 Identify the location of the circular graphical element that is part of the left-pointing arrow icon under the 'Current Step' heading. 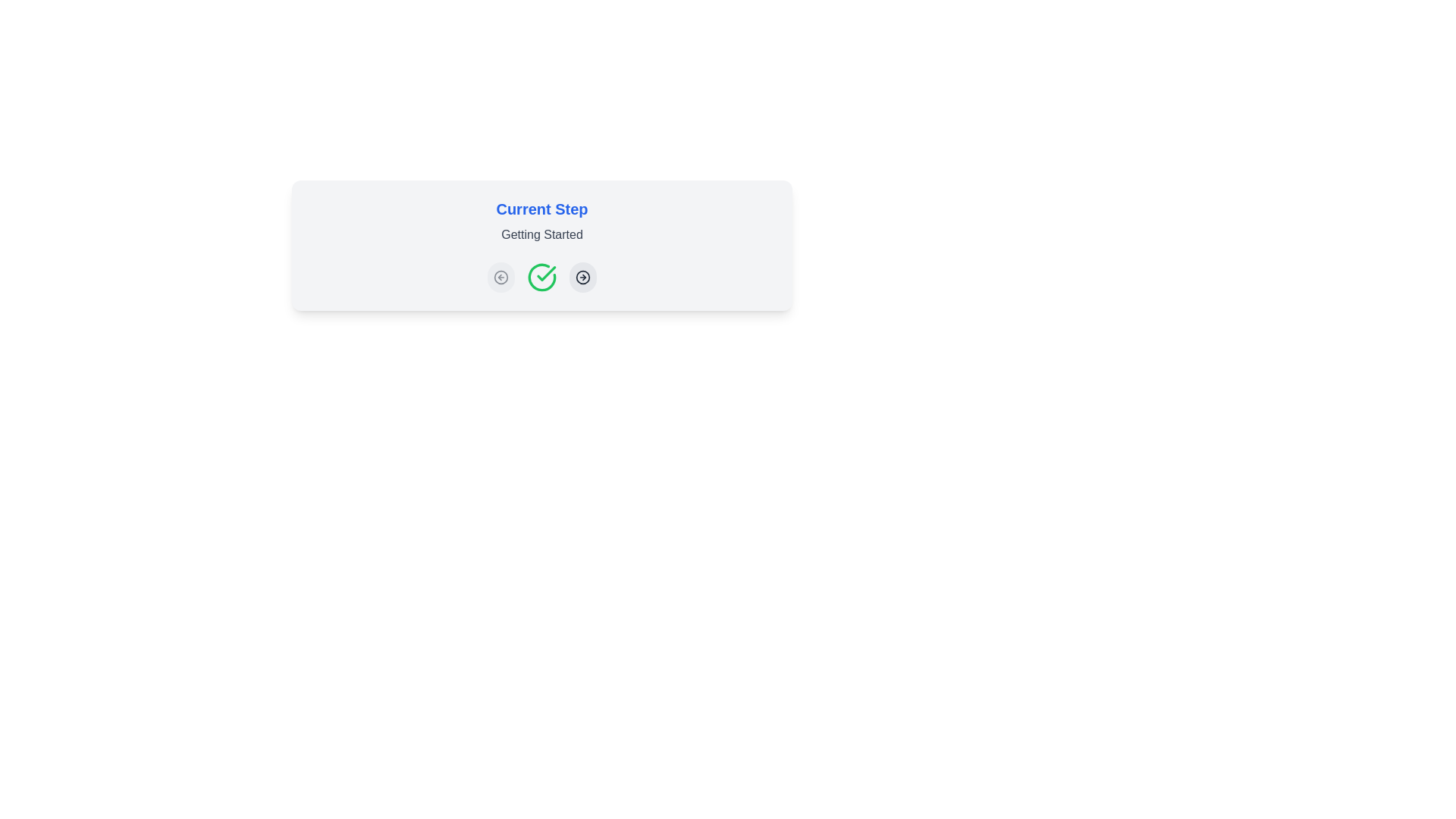
(501, 278).